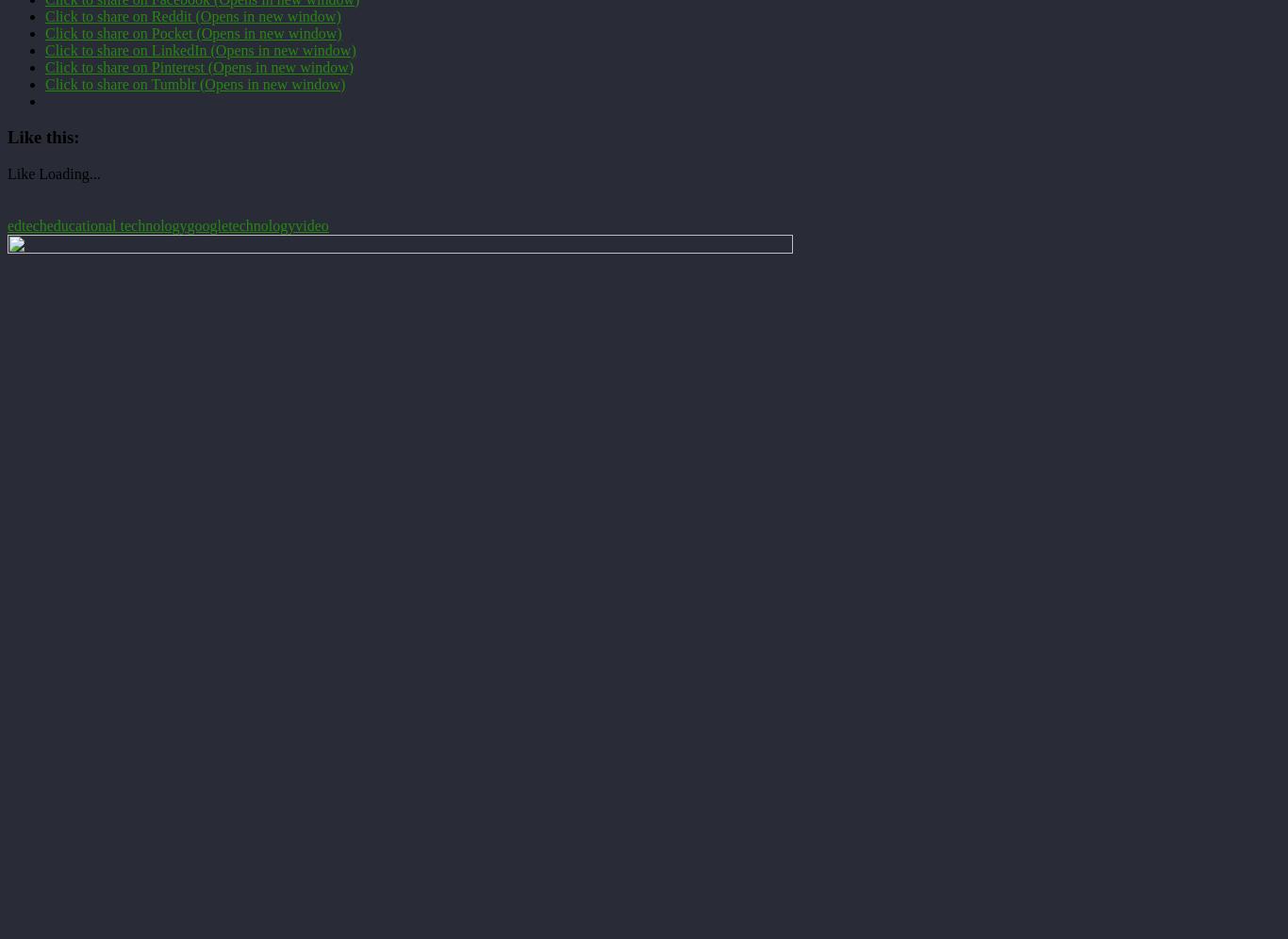  I want to click on 'Click to share on Reddit (Opens in new window)', so click(191, 15).